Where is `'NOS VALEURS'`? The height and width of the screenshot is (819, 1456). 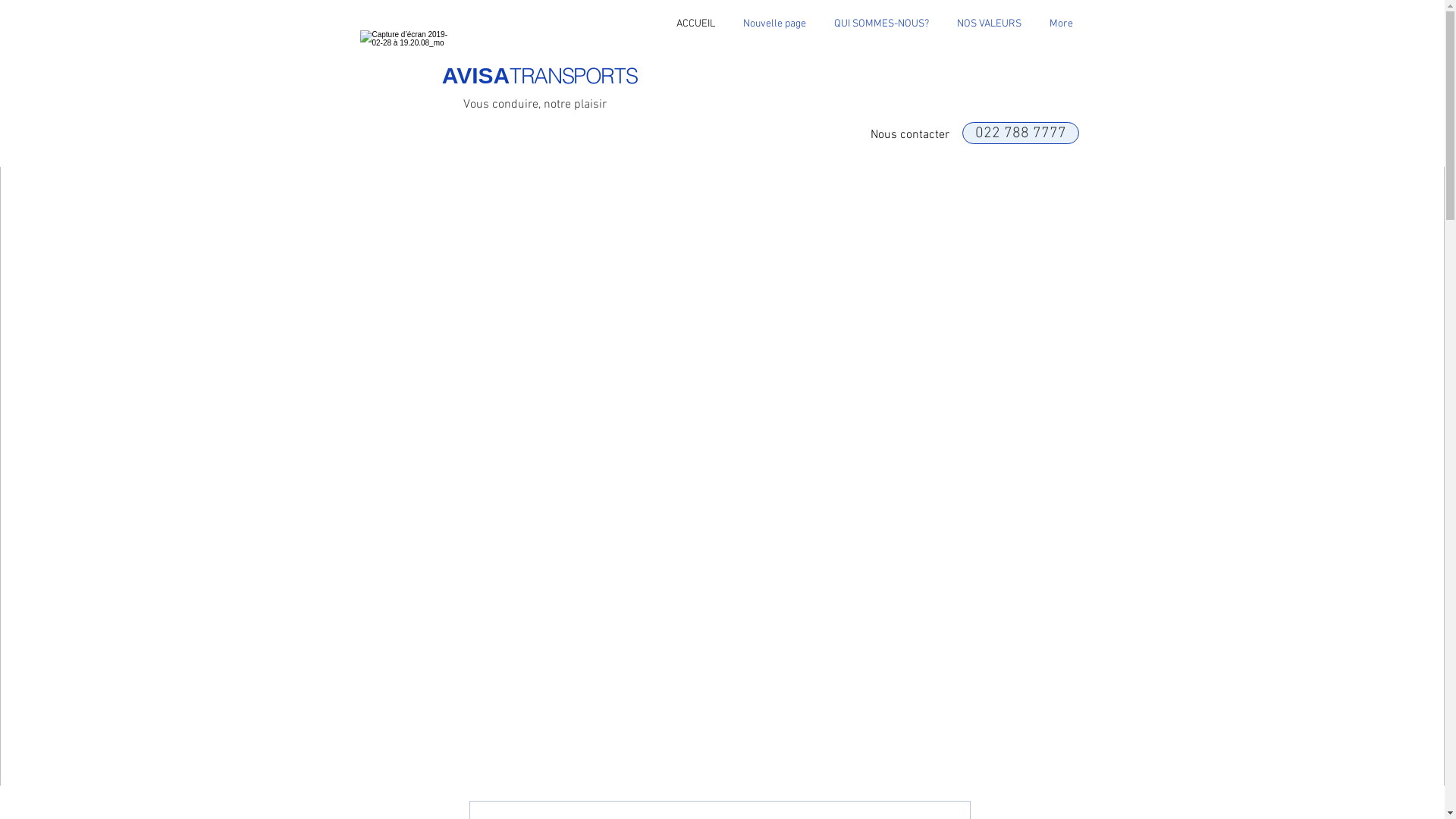 'NOS VALEURS' is located at coordinates (990, 24).